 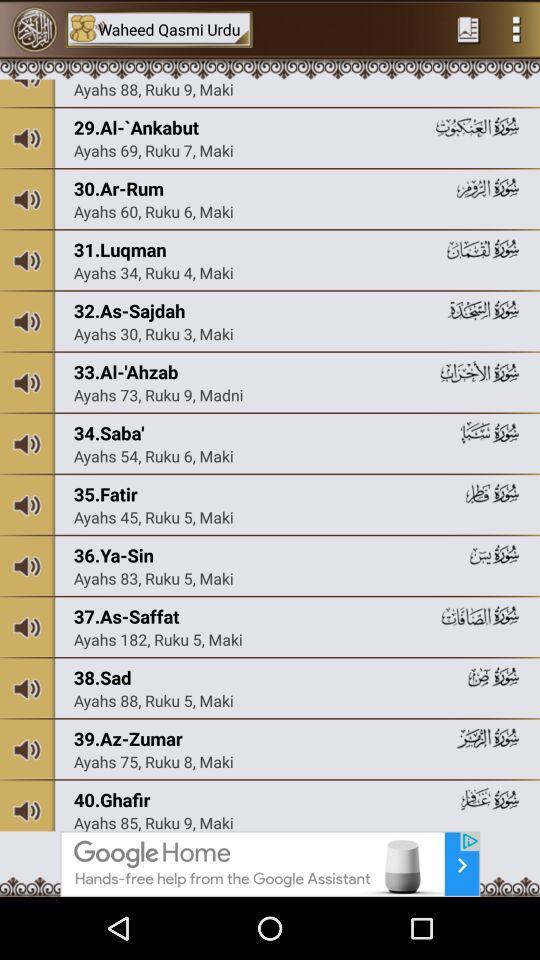 I want to click on the more icon, so click(x=516, y=30).